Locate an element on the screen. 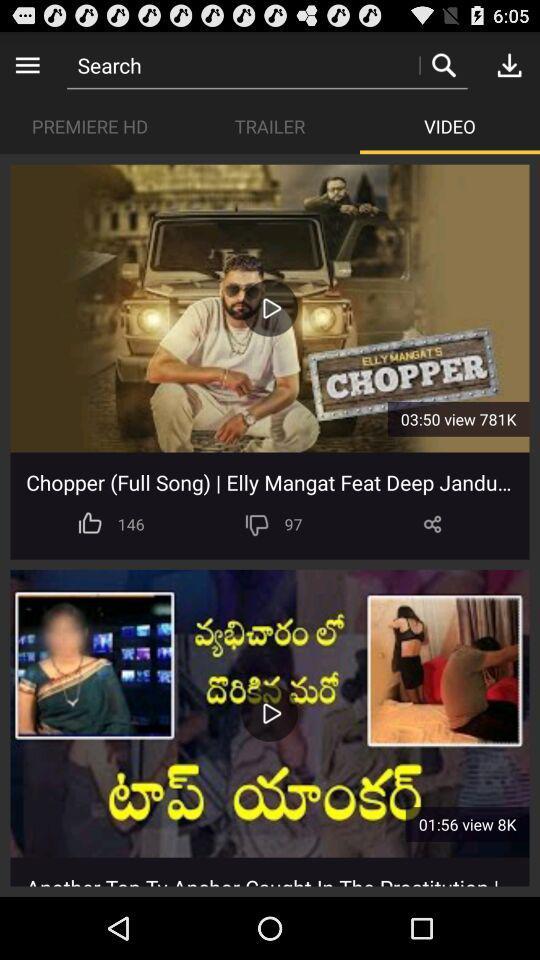 The width and height of the screenshot is (540, 960). item below search icon is located at coordinates (449, 125).